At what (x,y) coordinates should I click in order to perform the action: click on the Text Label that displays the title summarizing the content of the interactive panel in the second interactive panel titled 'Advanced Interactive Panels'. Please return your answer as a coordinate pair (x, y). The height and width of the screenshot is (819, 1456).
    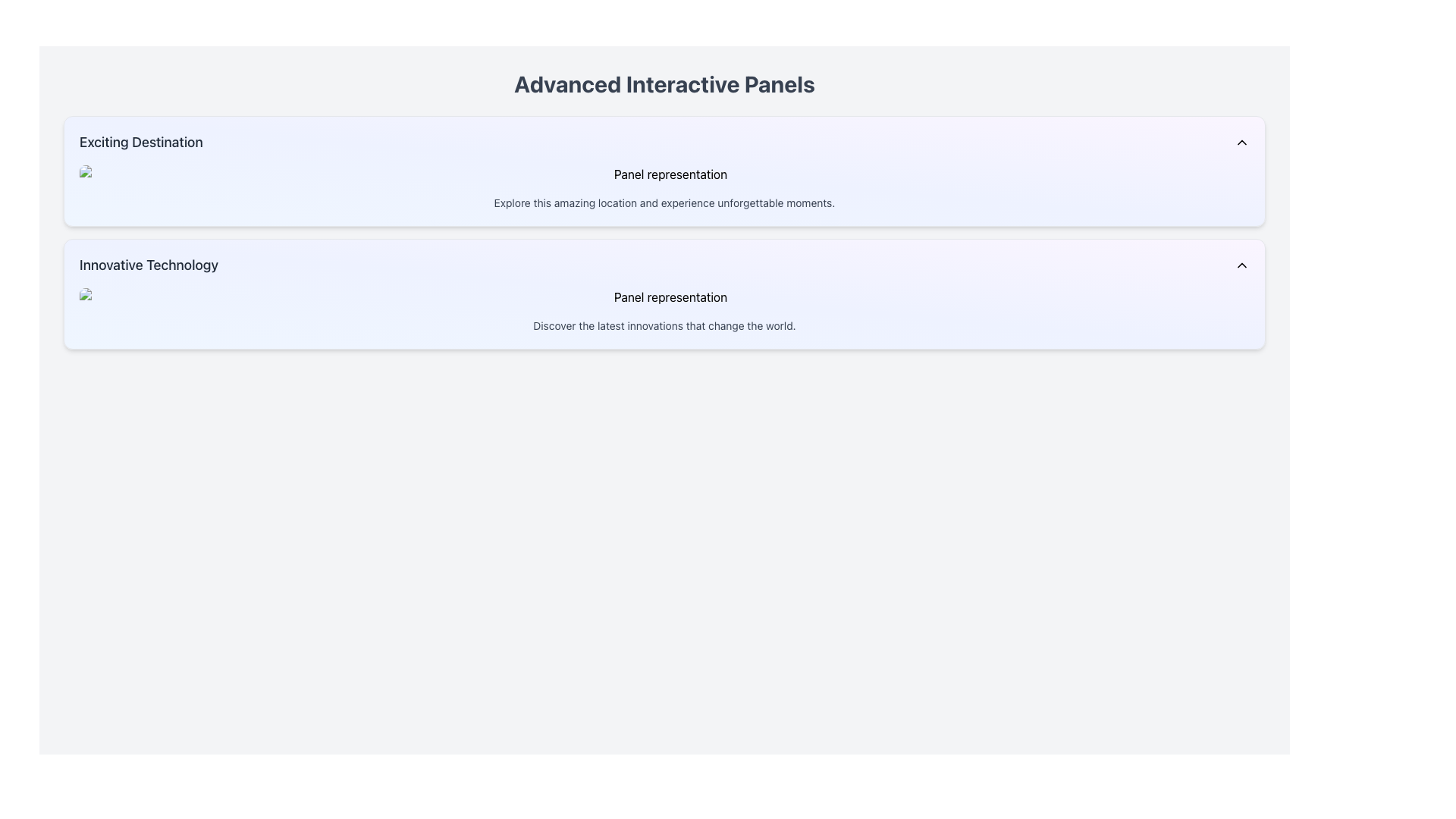
    Looking at the image, I should click on (149, 265).